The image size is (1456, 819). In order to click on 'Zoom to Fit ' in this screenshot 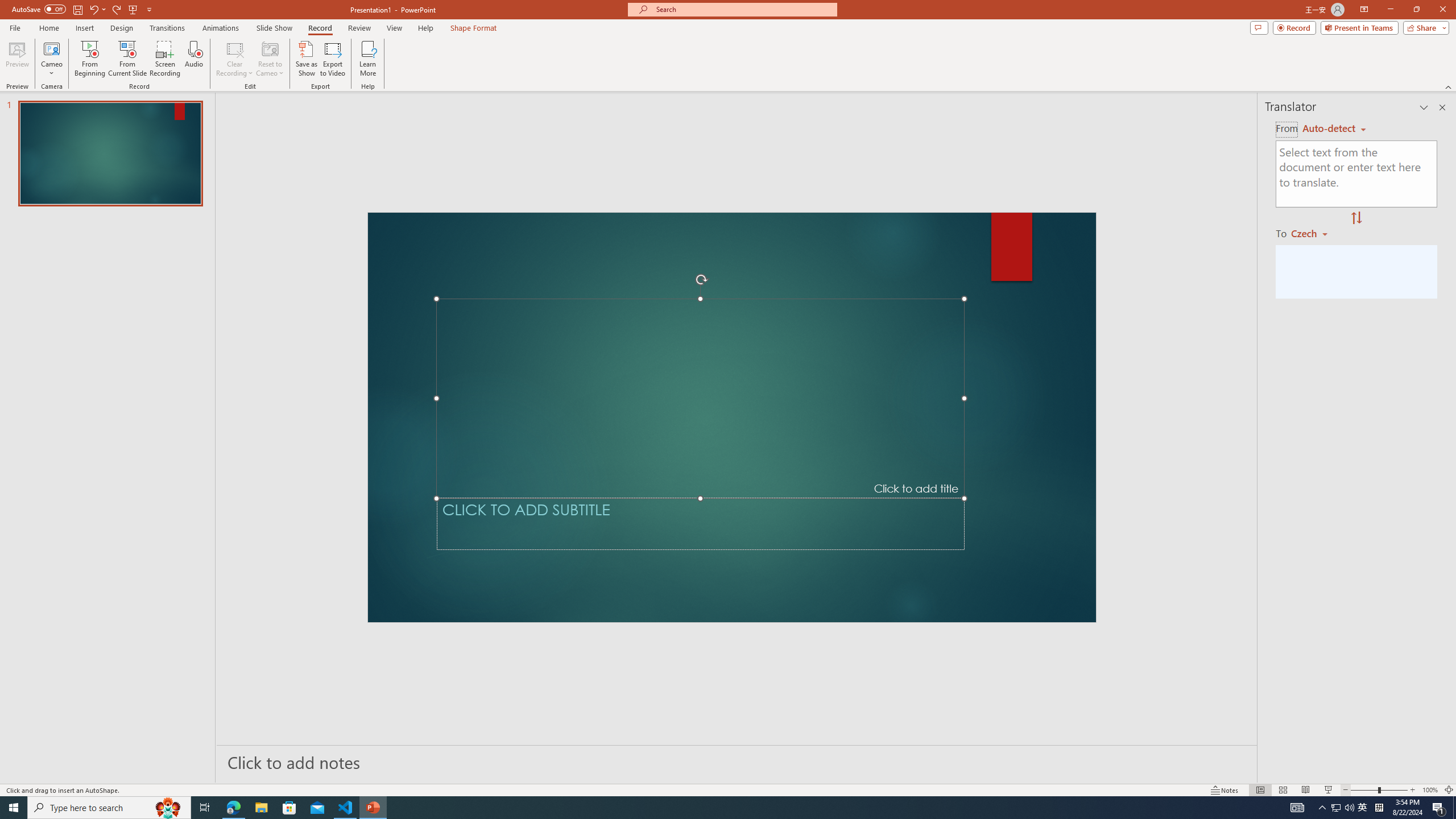, I will do `click(1449, 790)`.